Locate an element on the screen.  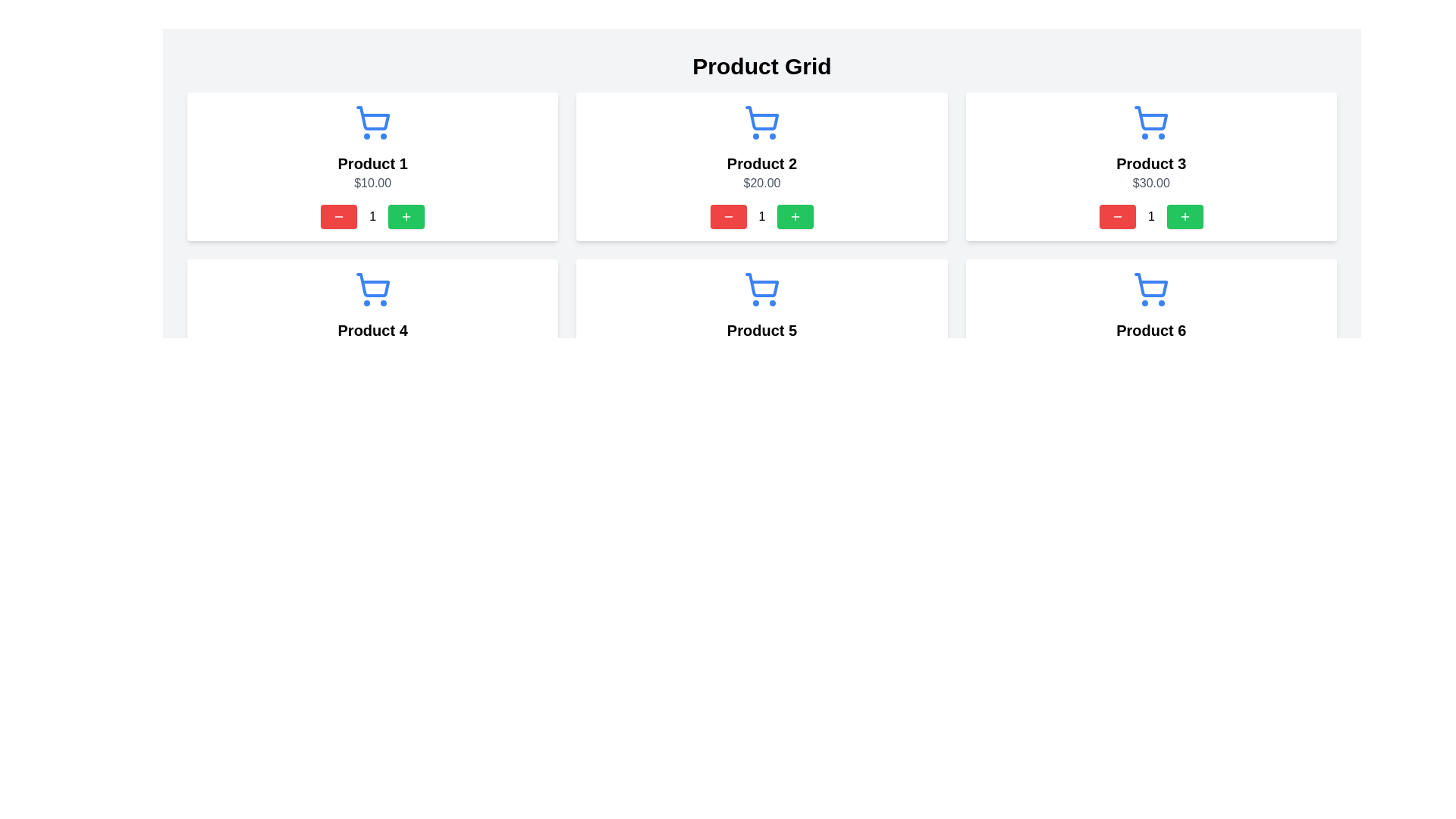
the shopping cart icon located at the top center of the 'Product 4' card in the second row of the grid layout is located at coordinates (372, 285).